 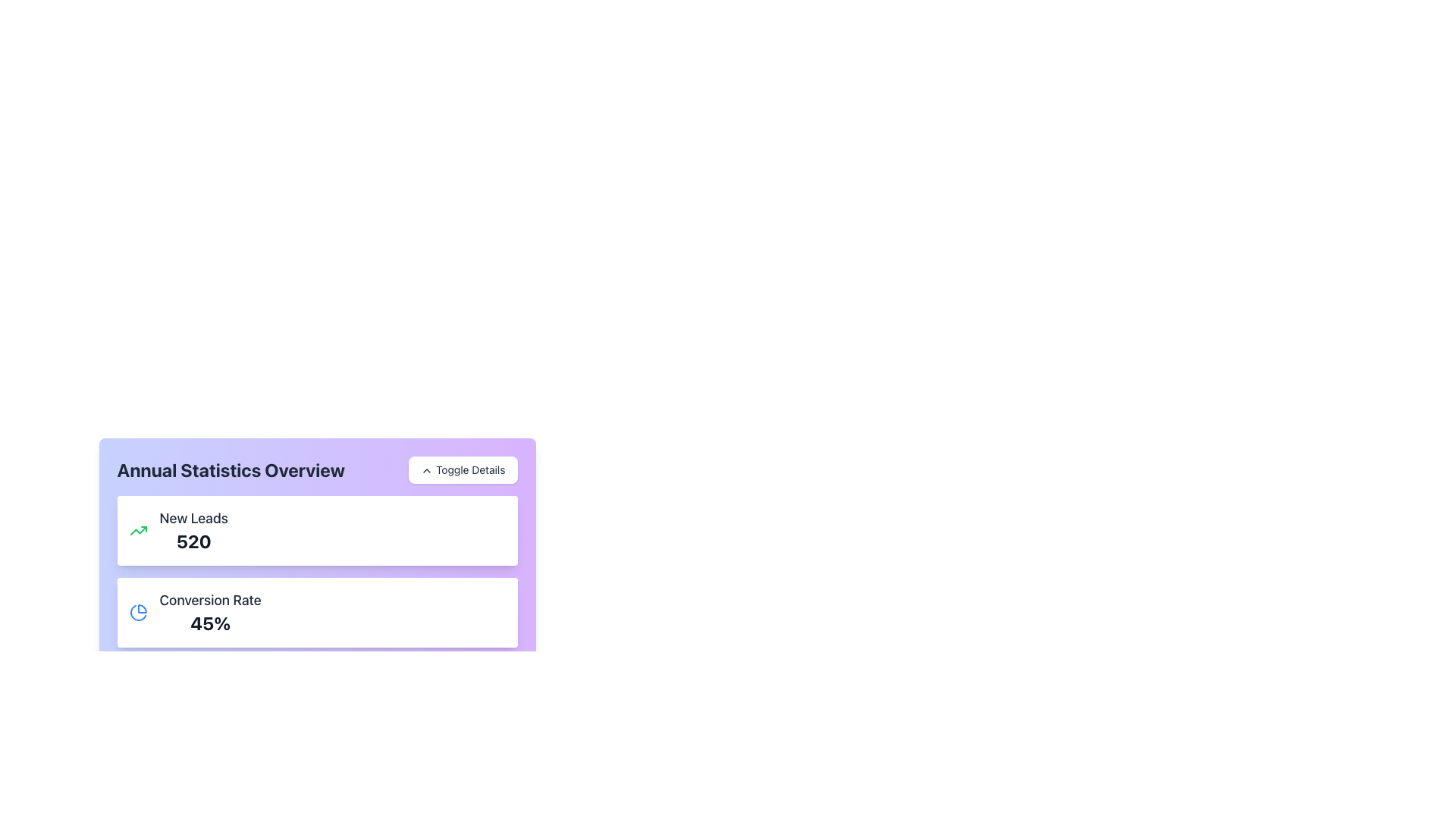 What do you see at coordinates (209, 599) in the screenshot?
I see `the 'Conversion Rate' text label, which is styled with a large and medium-weight font and positioned to the left of a percentage value in the 'Annual Statistics Overview' panel` at bounding box center [209, 599].